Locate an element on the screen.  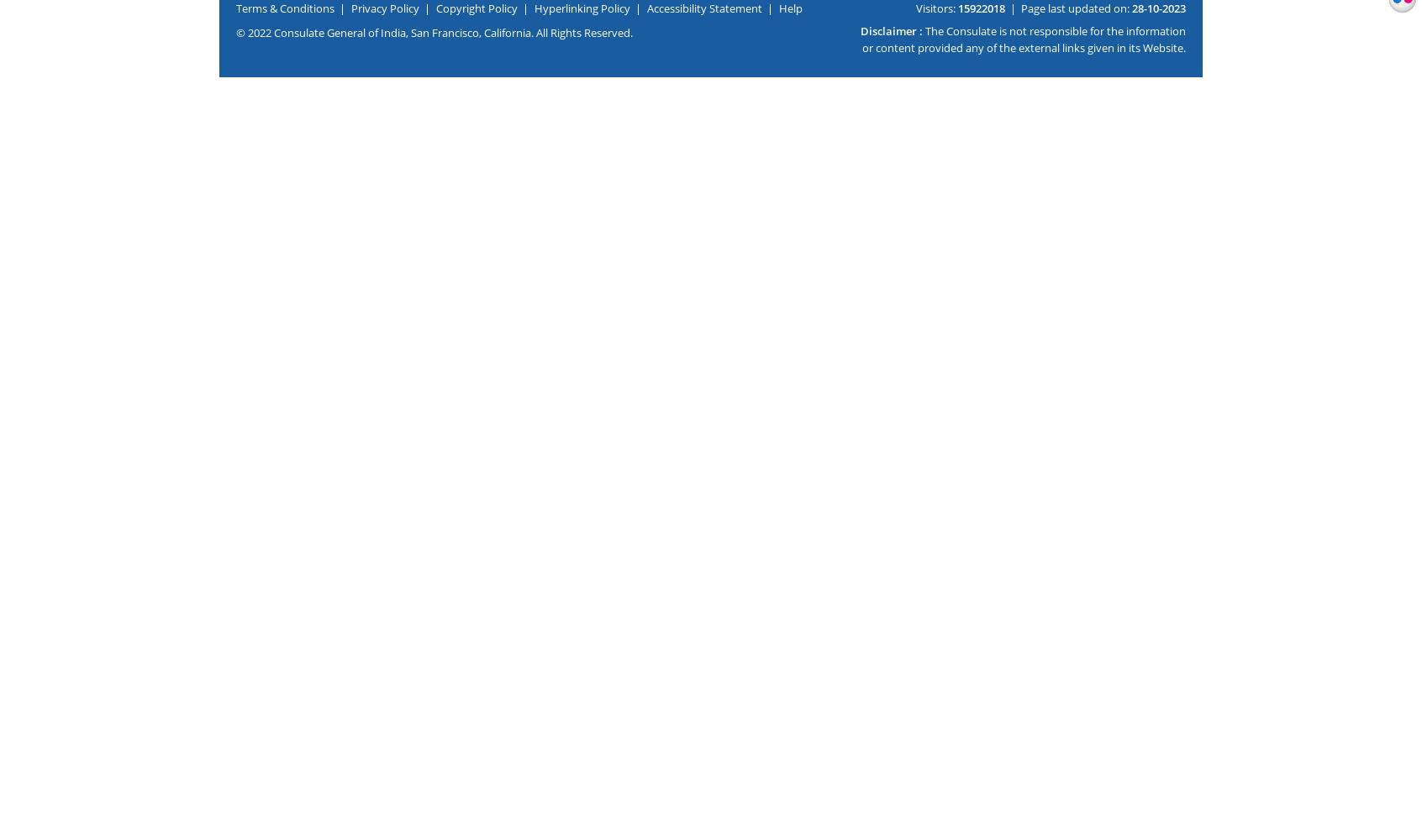
'Accessibility Statement' is located at coordinates (646, 8).